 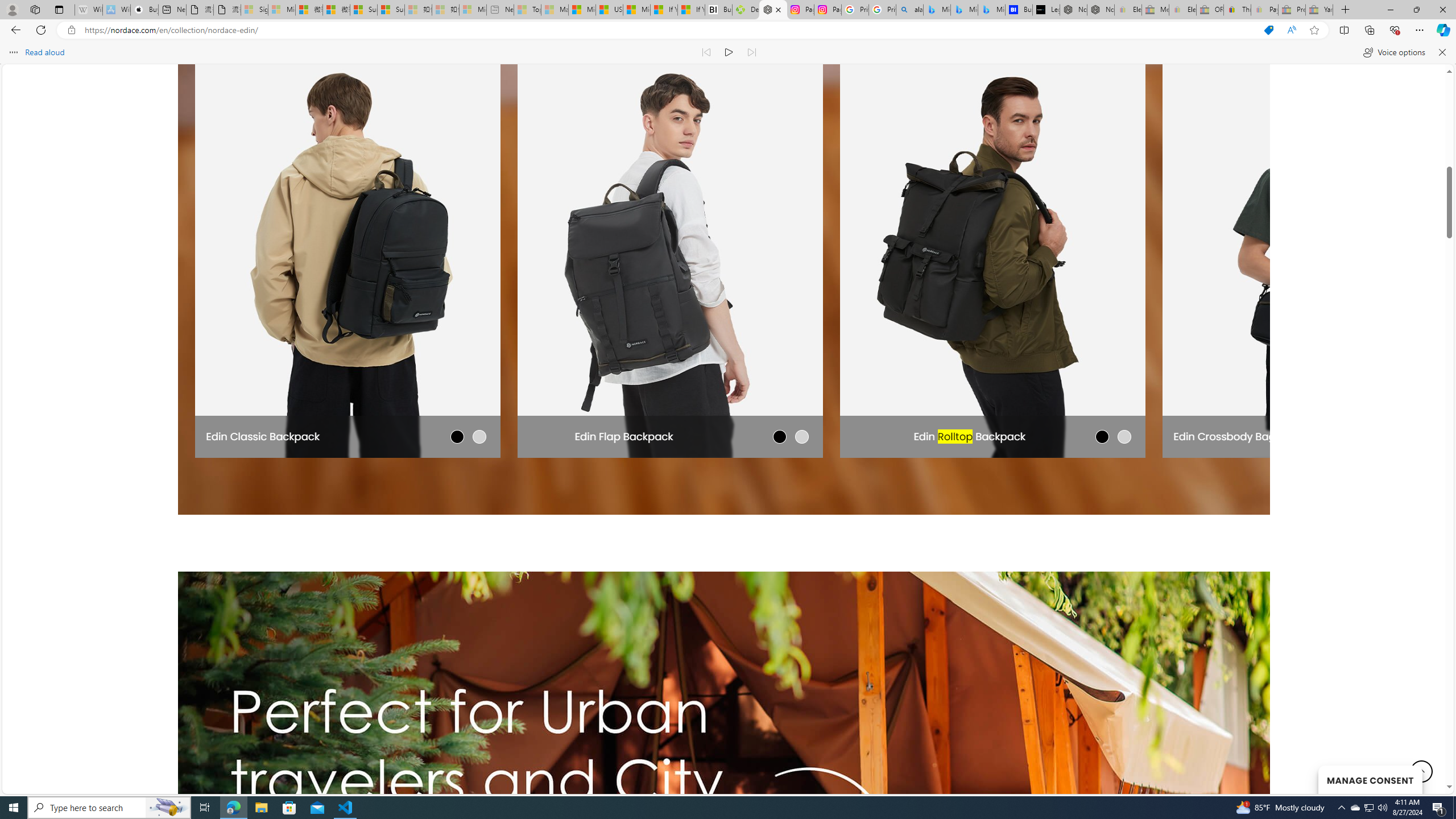 What do you see at coordinates (729, 52) in the screenshot?
I see `'Continue to read aloud (Ctrl+Shift+U)'` at bounding box center [729, 52].